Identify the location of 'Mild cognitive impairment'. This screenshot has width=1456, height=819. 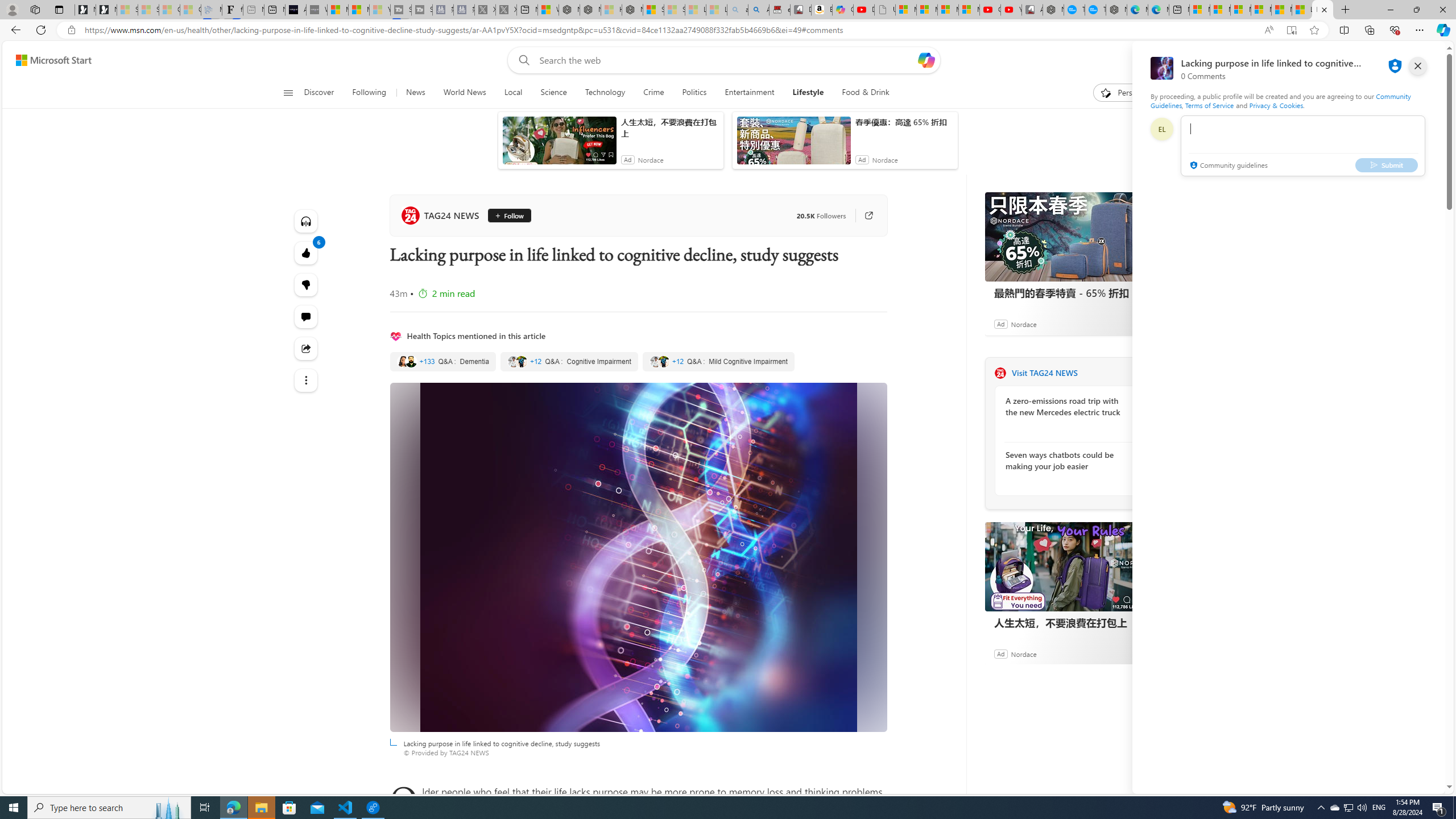
(718, 361).